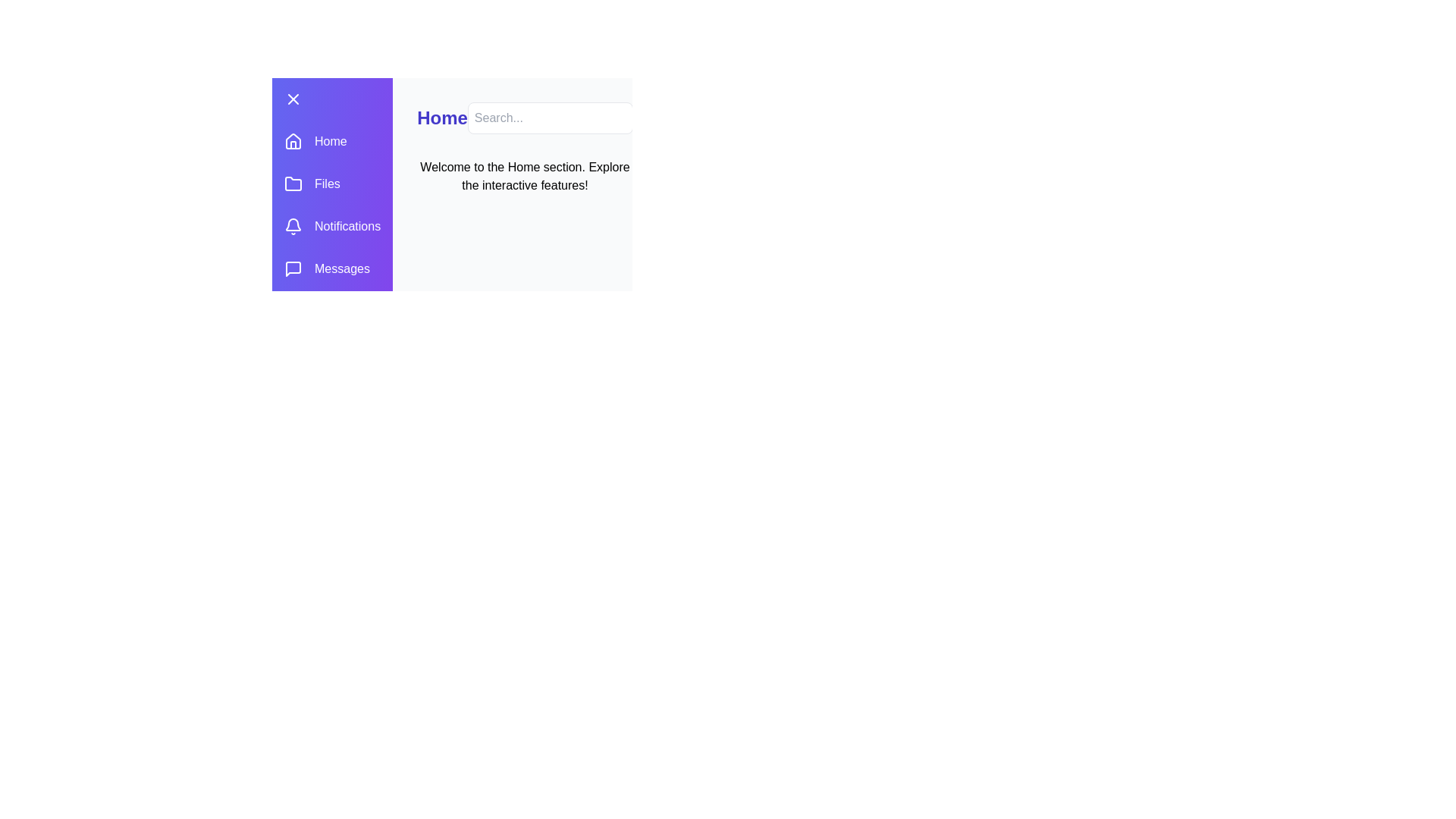 The image size is (1456, 819). What do you see at coordinates (331, 141) in the screenshot?
I see `the tab Home from the drawer to navigate to its respective section` at bounding box center [331, 141].